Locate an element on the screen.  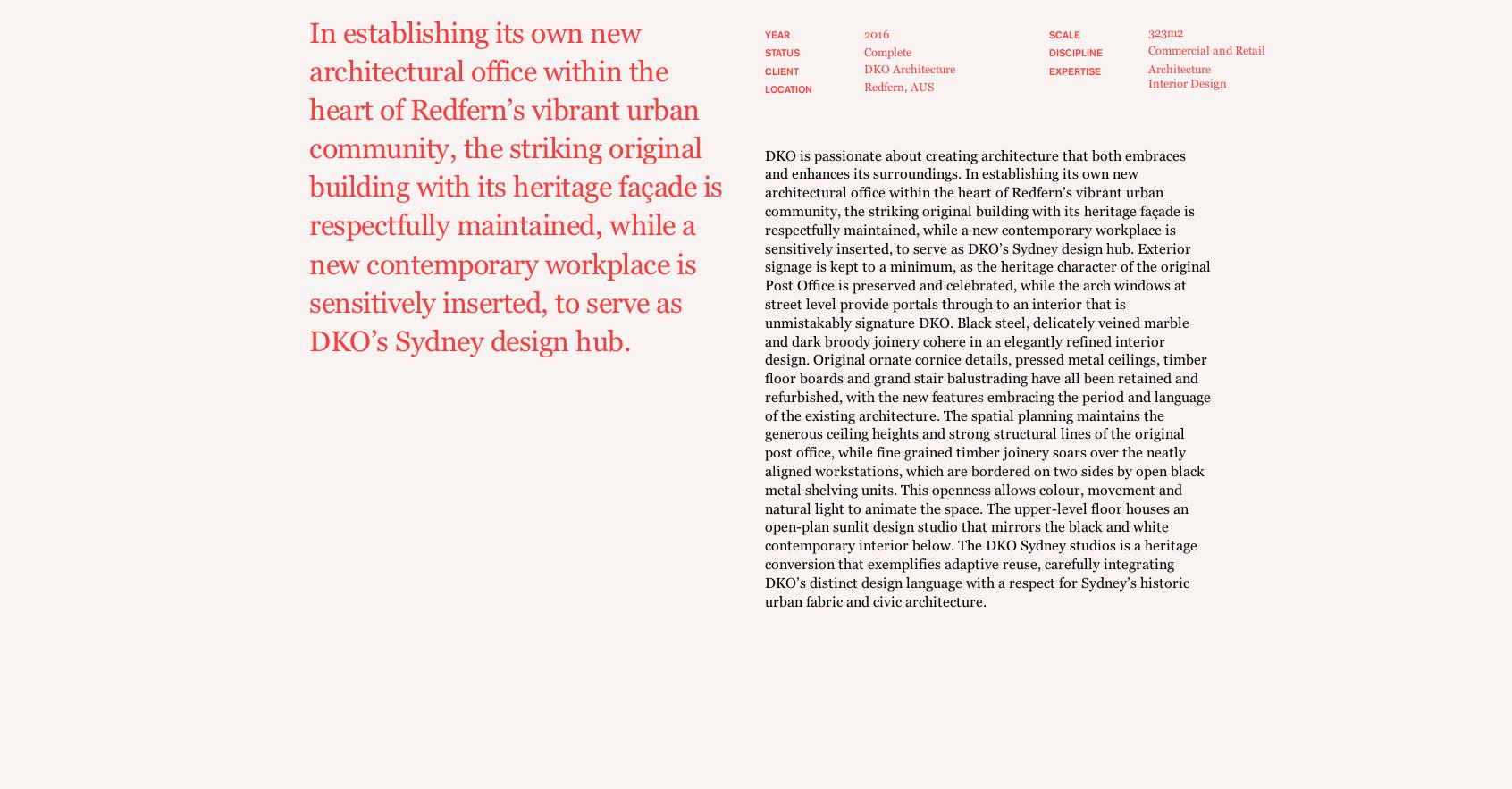
'DISCIPLINE' is located at coordinates (1075, 53).